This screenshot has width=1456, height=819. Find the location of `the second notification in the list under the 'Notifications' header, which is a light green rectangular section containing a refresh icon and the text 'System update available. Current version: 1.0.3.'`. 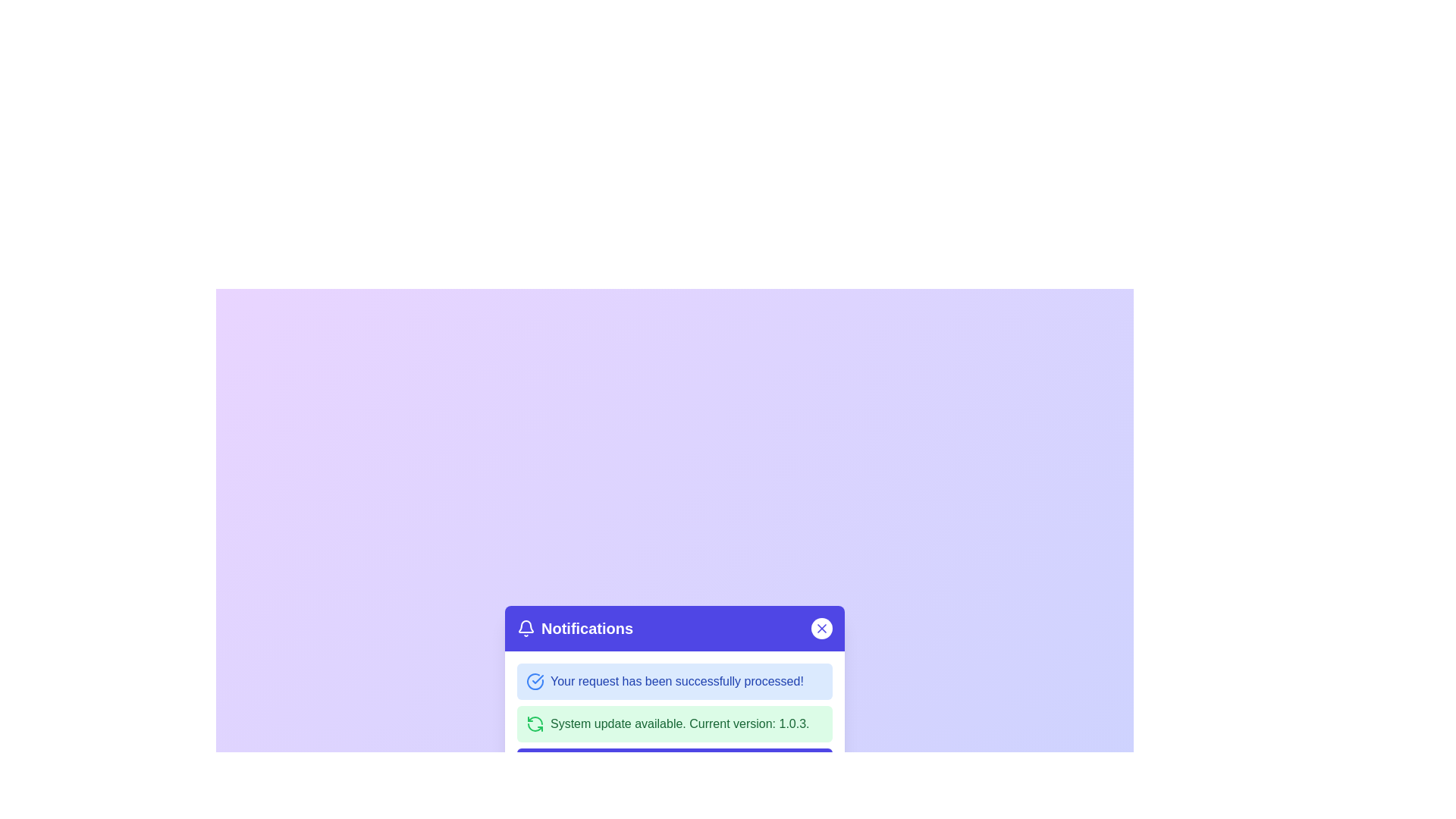

the second notification in the list under the 'Notifications' header, which is a light green rectangular section containing a refresh icon and the text 'System update available. Current version: 1.0.3.' is located at coordinates (673, 720).